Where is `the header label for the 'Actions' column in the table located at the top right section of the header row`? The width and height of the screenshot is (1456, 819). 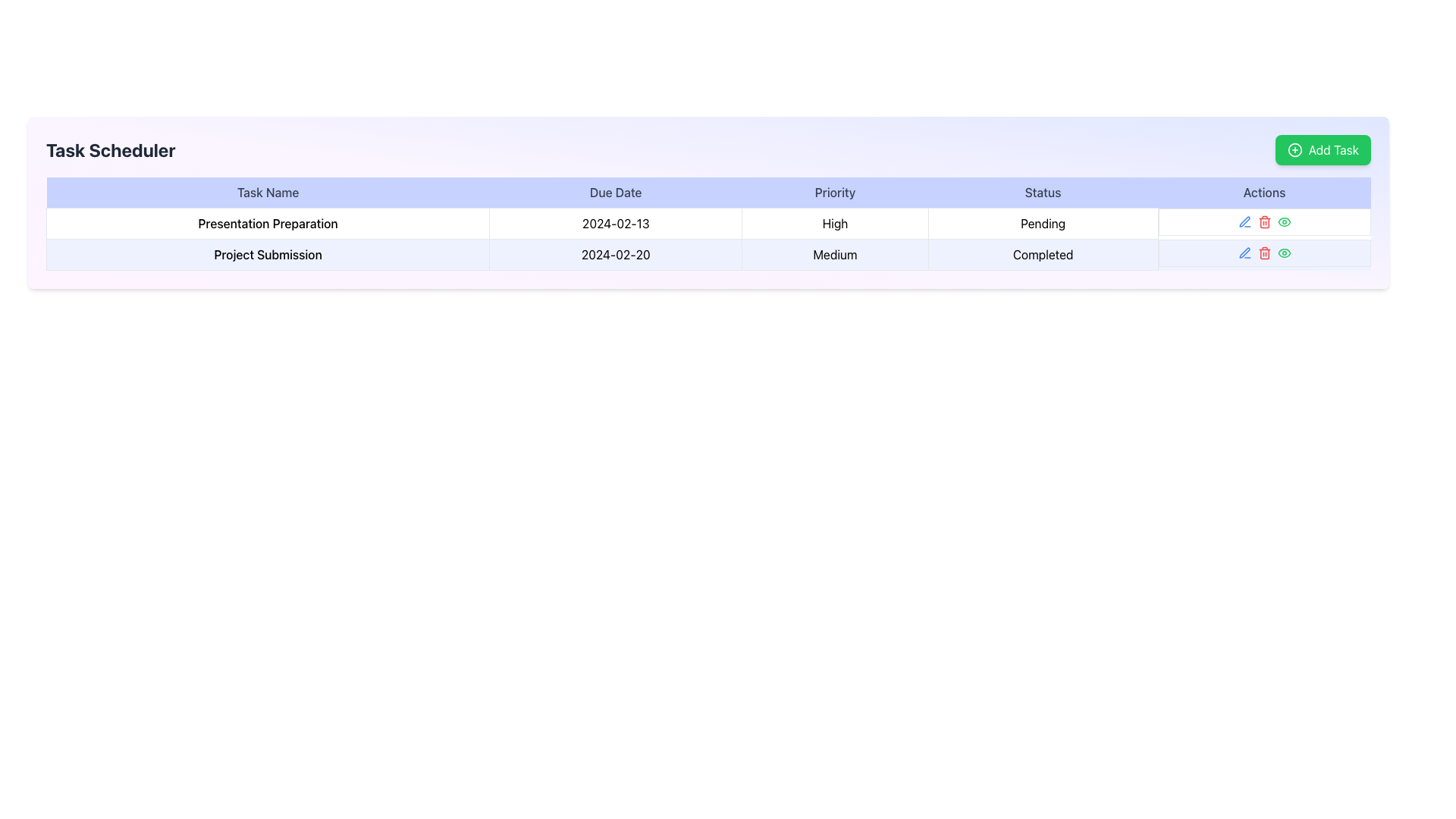
the header label for the 'Actions' column in the table located at the top right section of the header row is located at coordinates (1264, 192).